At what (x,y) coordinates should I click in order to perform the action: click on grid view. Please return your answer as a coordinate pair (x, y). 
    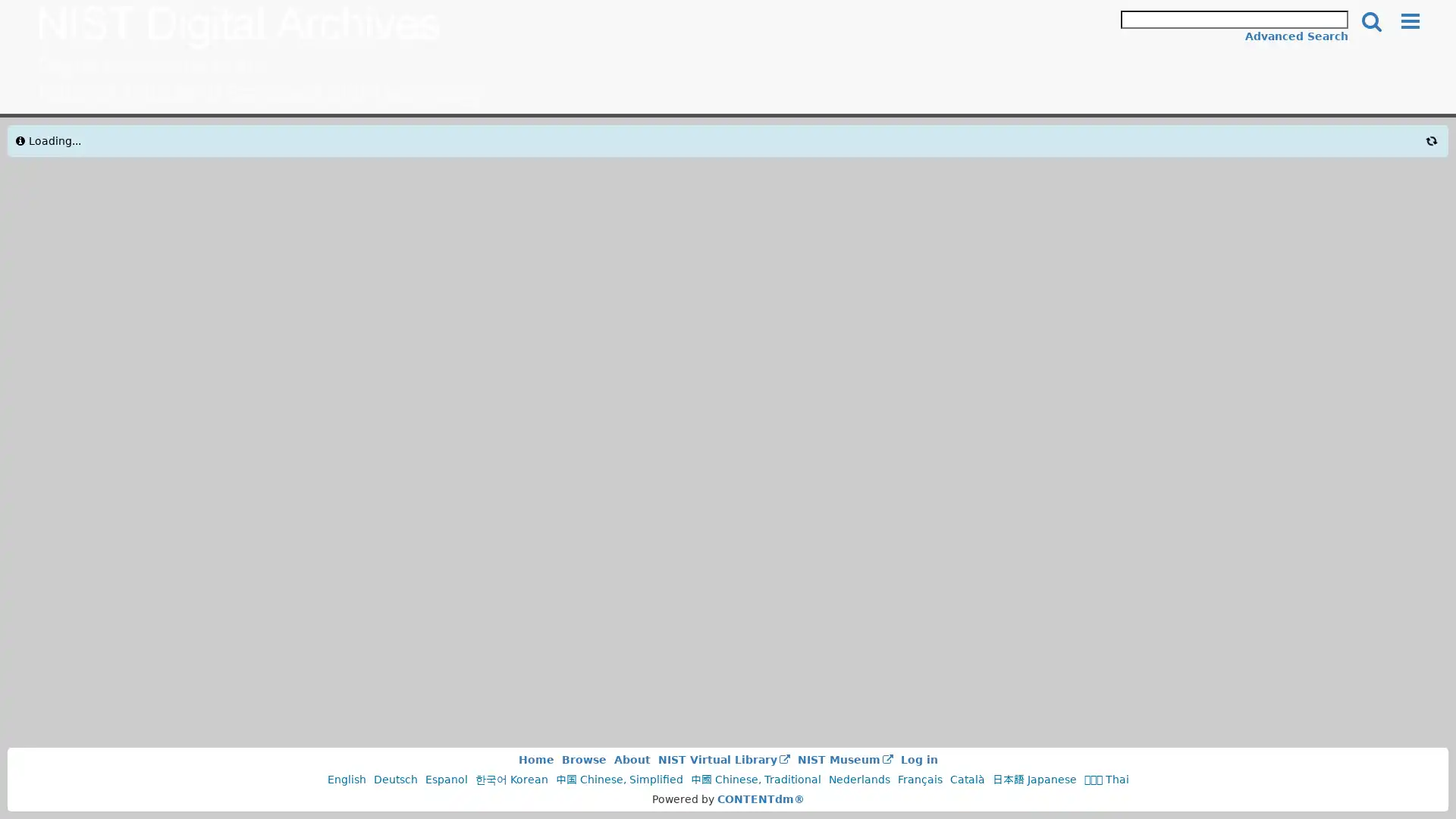
    Looking at the image, I should click on (1135, 149).